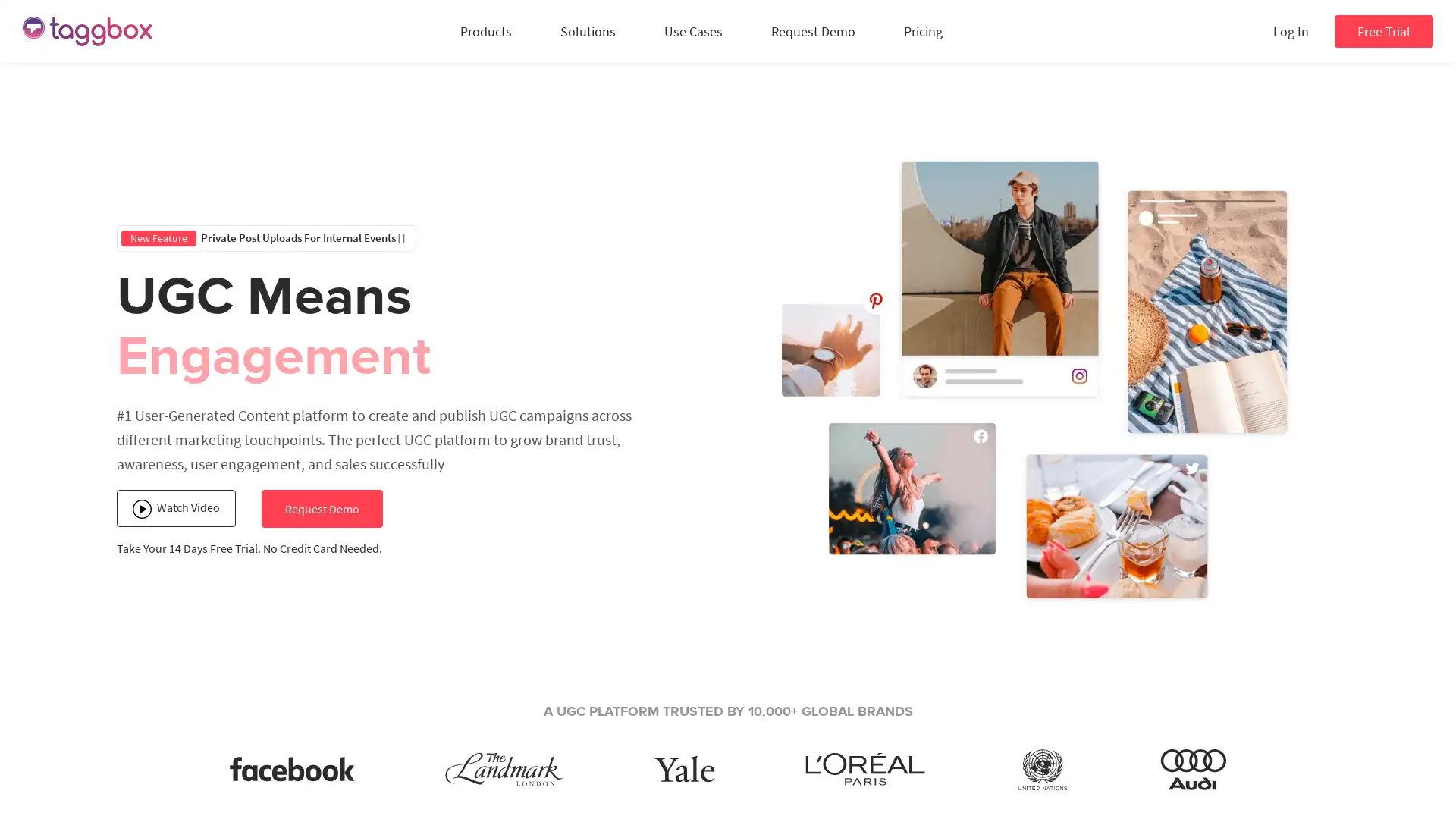 This screenshot has height=819, width=1456. Describe the element at coordinates (320, 509) in the screenshot. I see `Request Demo` at that location.